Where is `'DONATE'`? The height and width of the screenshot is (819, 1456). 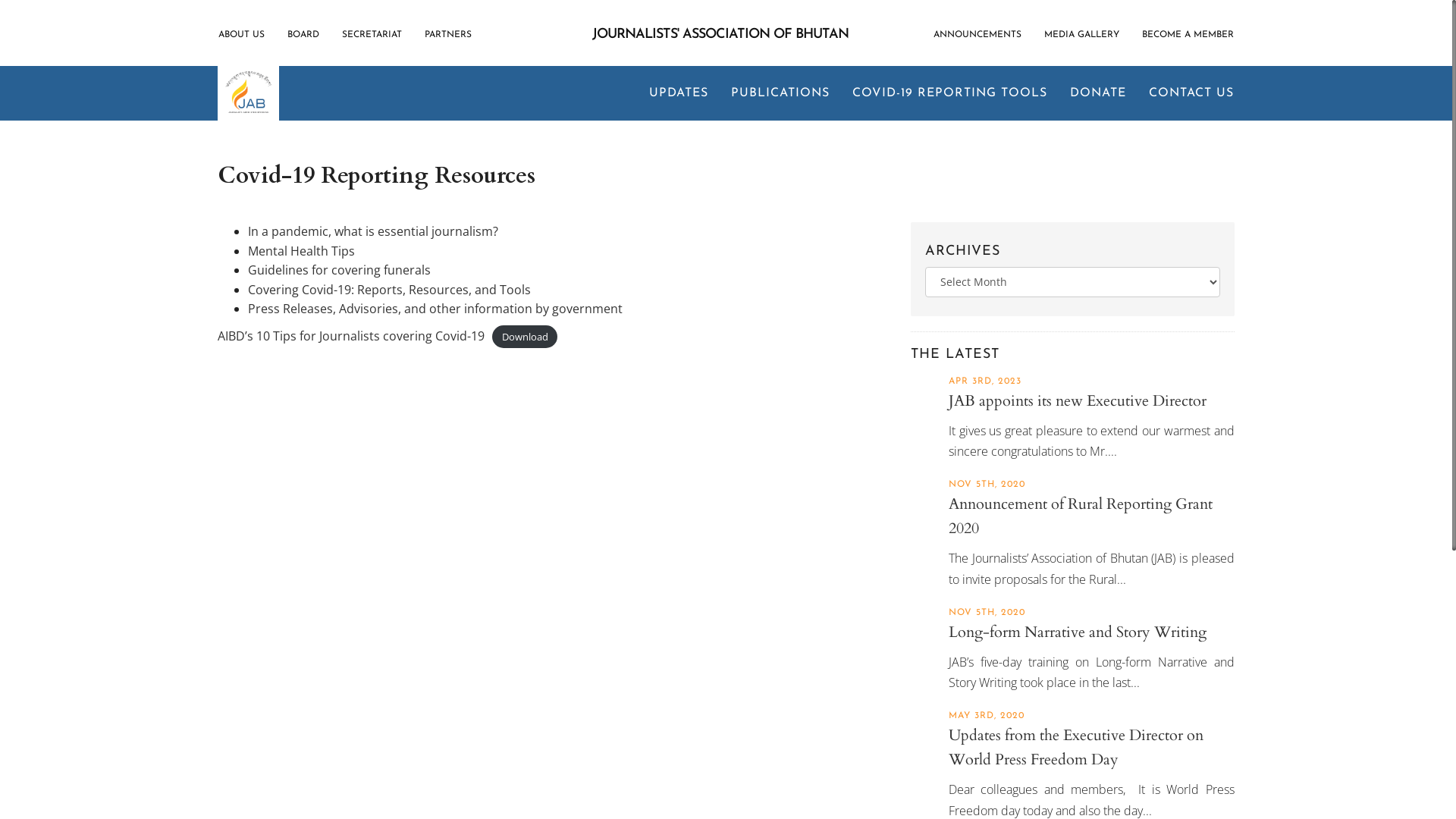 'DONATE' is located at coordinates (1098, 93).